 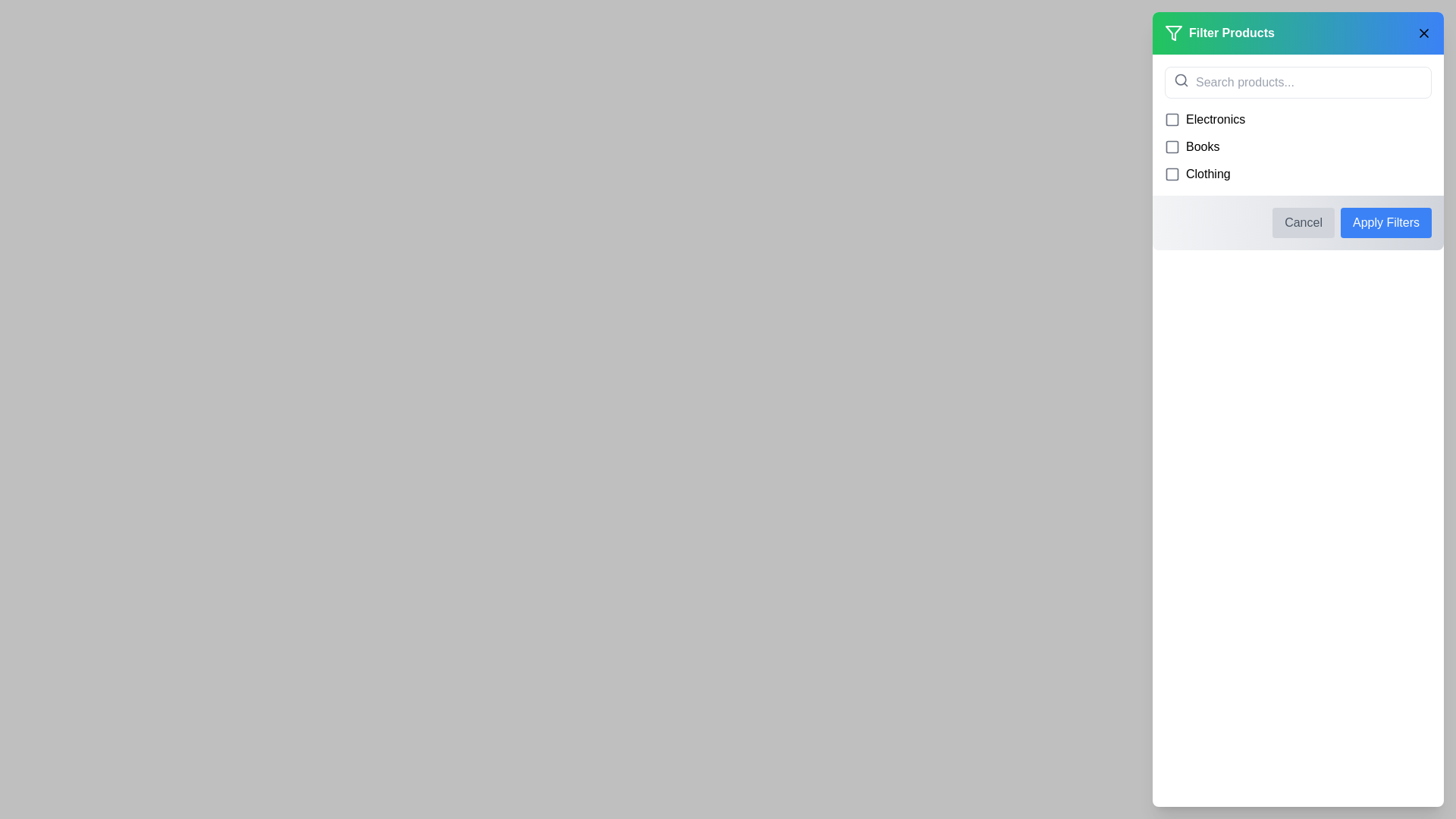 I want to click on the 'Books' filter checkbox located, so click(x=1298, y=146).